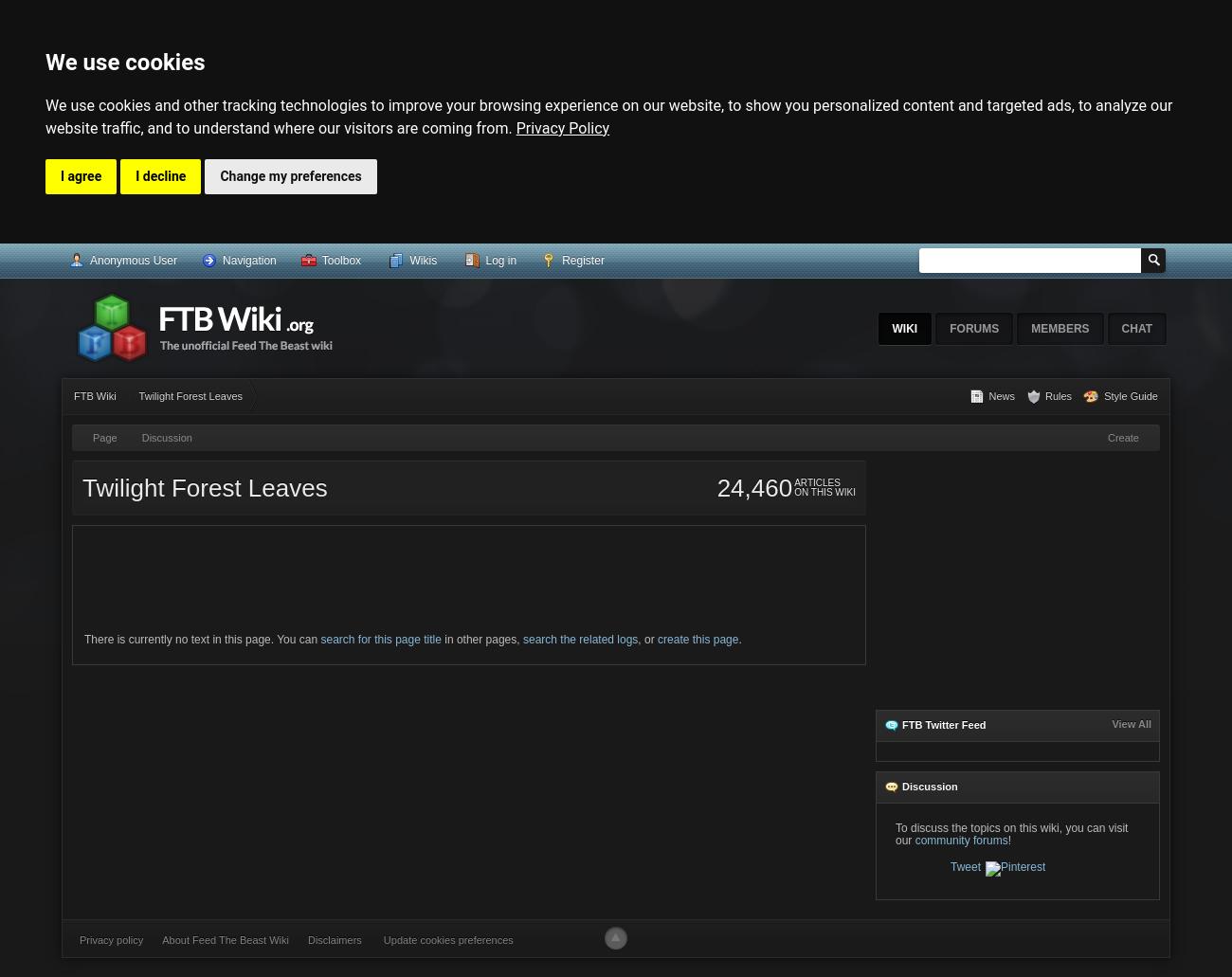  I want to click on 'Log in', so click(500, 260).